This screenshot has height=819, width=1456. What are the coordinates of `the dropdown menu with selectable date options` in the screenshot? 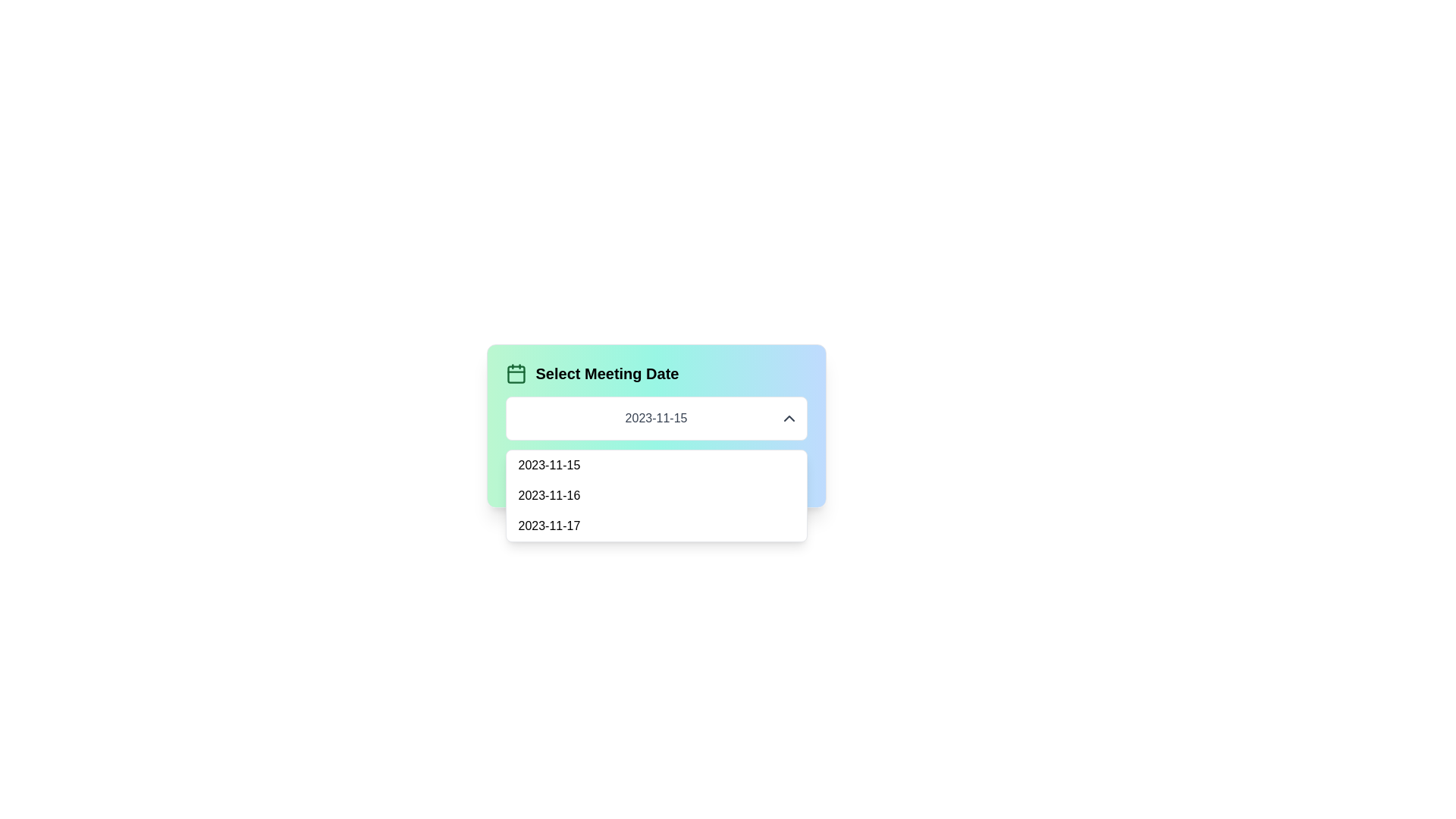 It's located at (656, 426).